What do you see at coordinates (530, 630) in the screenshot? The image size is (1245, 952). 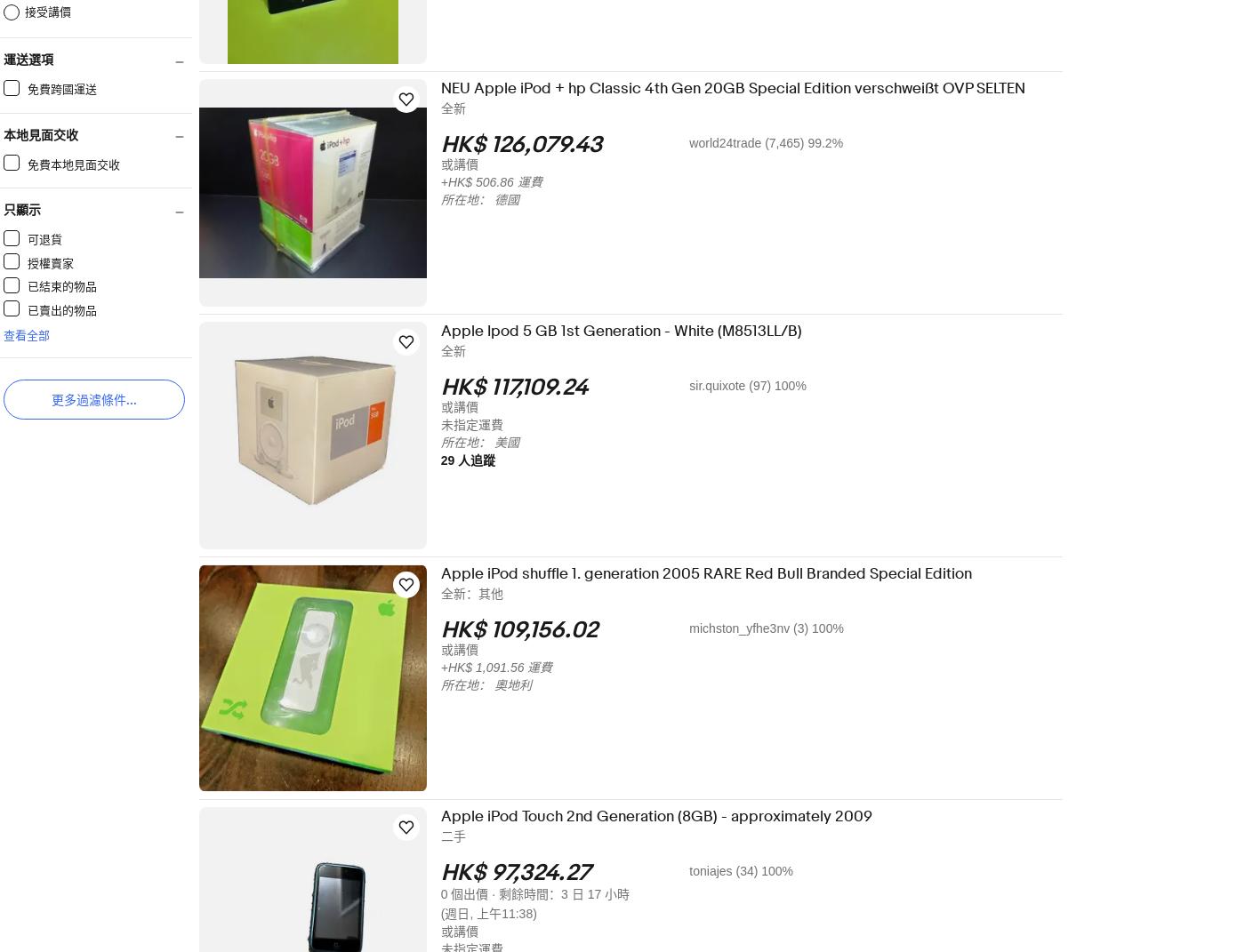 I see `'HK$ 109,156.02'` at bounding box center [530, 630].